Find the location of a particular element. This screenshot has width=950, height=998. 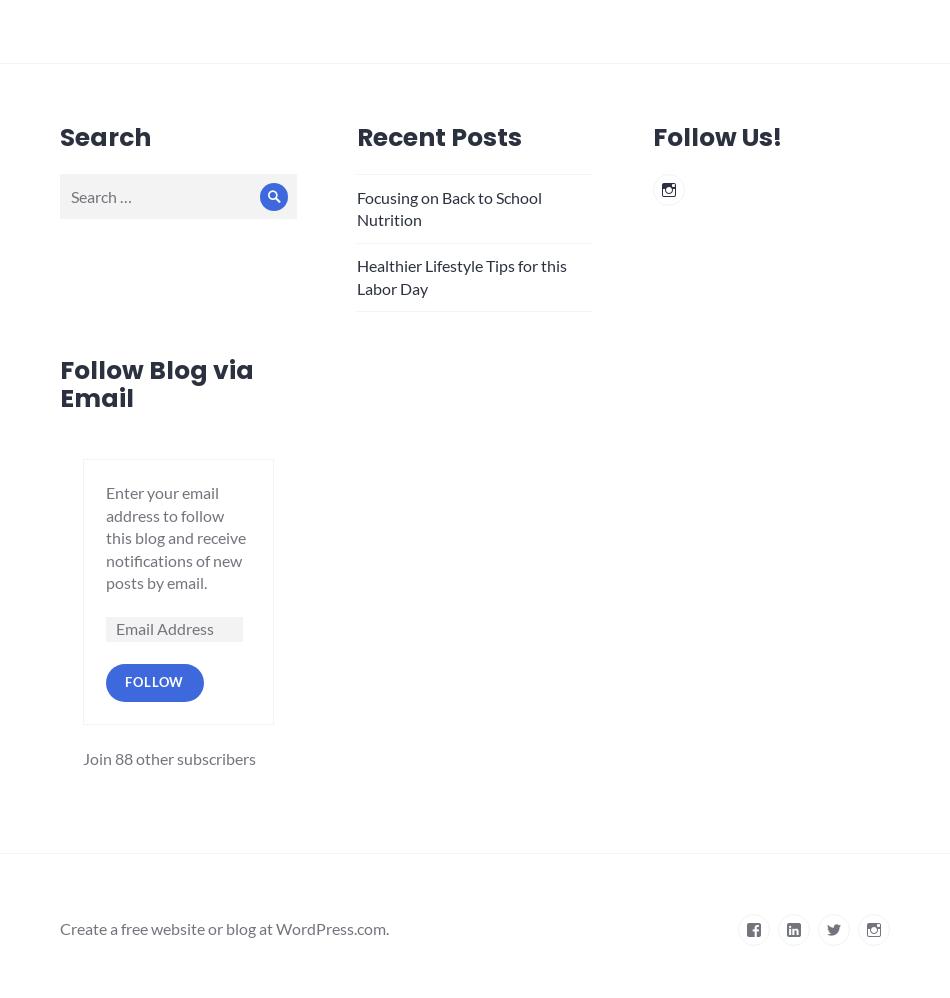

'Focusing on Back to School Nutrition' is located at coordinates (447, 207).